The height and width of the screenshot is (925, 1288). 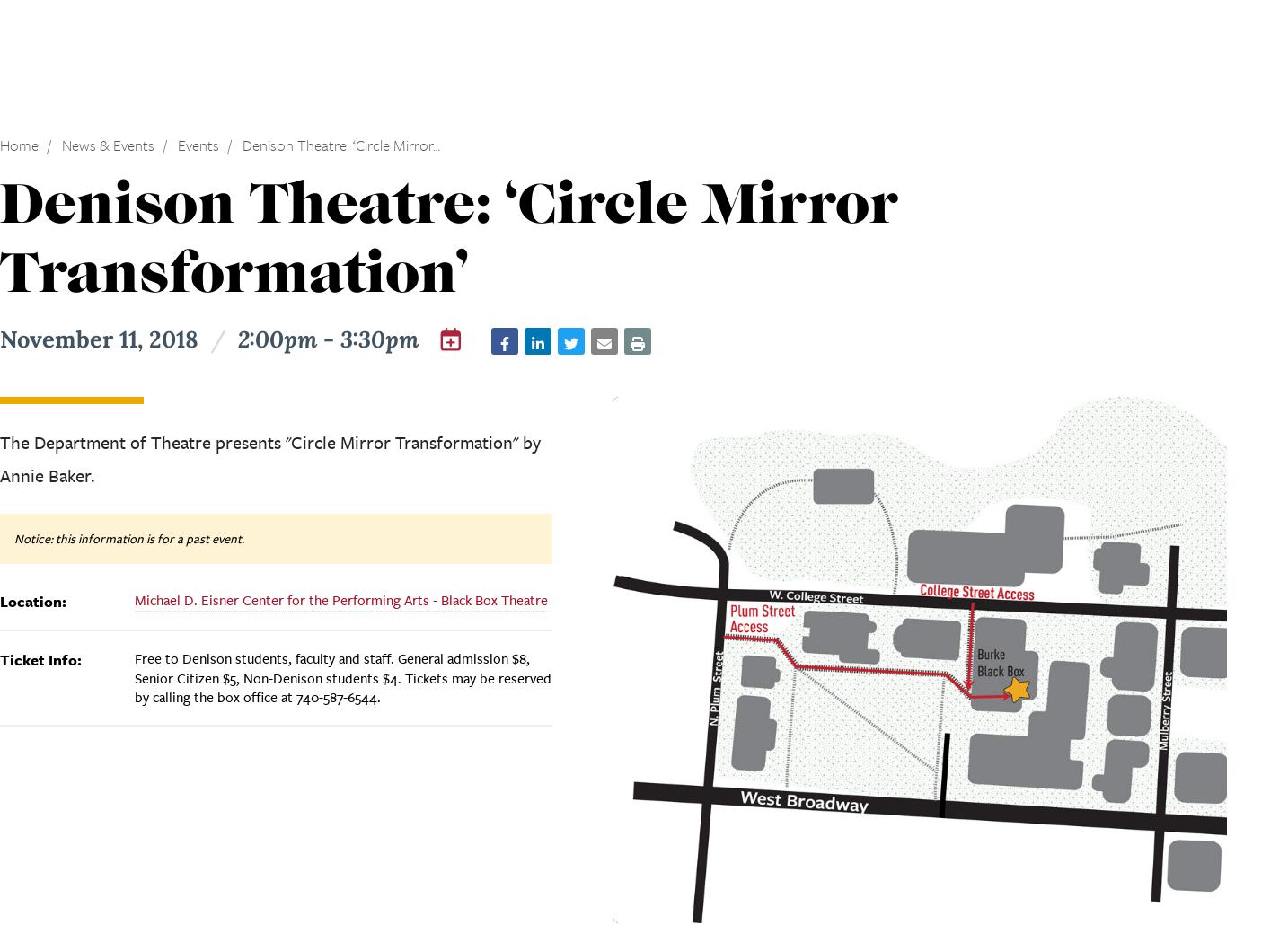 What do you see at coordinates (1112, 847) in the screenshot?
I see `'Back to top'` at bounding box center [1112, 847].